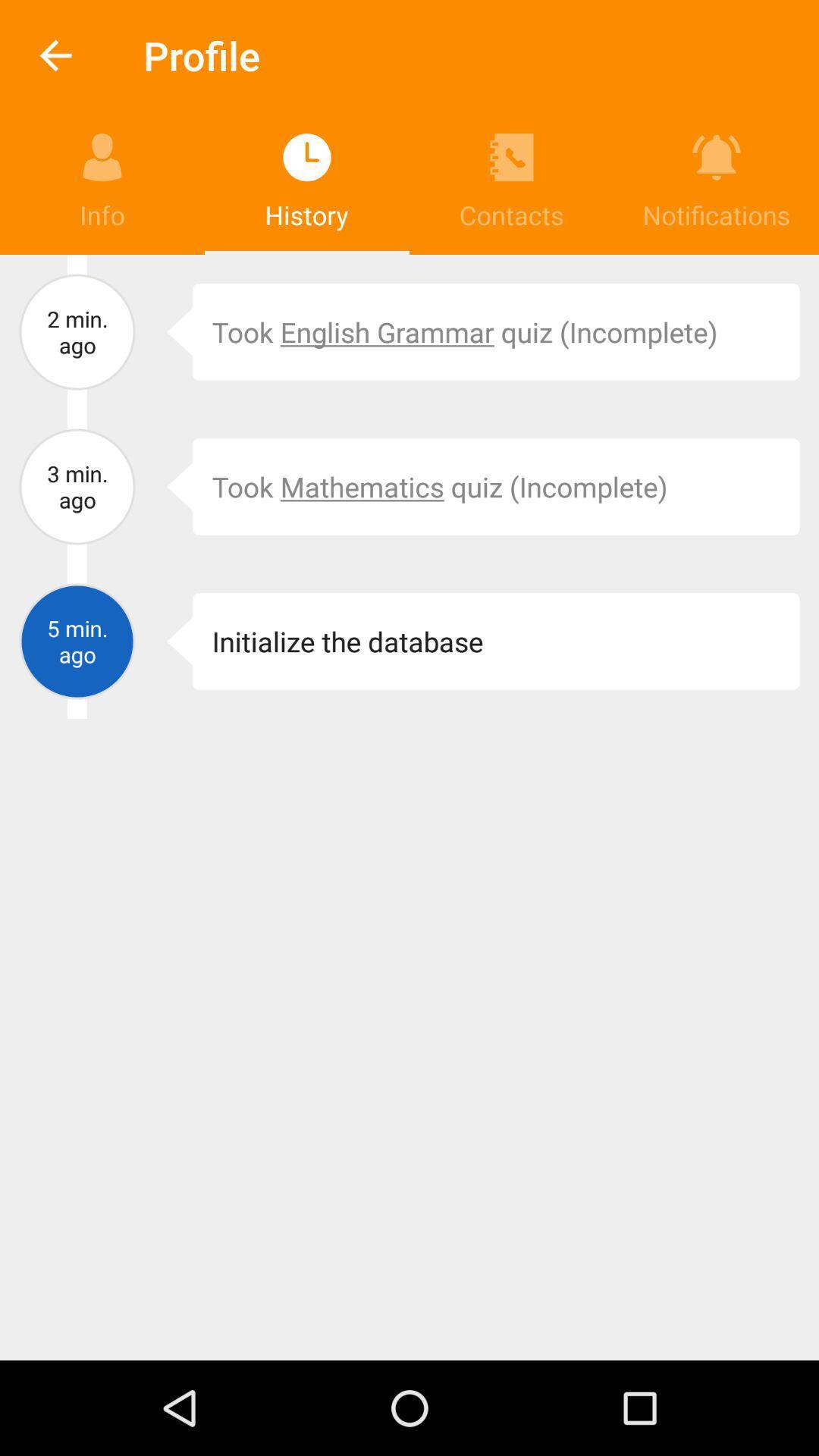 The image size is (819, 1456). What do you see at coordinates (168, 487) in the screenshot?
I see `the app to the left of took mathematics quiz icon` at bounding box center [168, 487].